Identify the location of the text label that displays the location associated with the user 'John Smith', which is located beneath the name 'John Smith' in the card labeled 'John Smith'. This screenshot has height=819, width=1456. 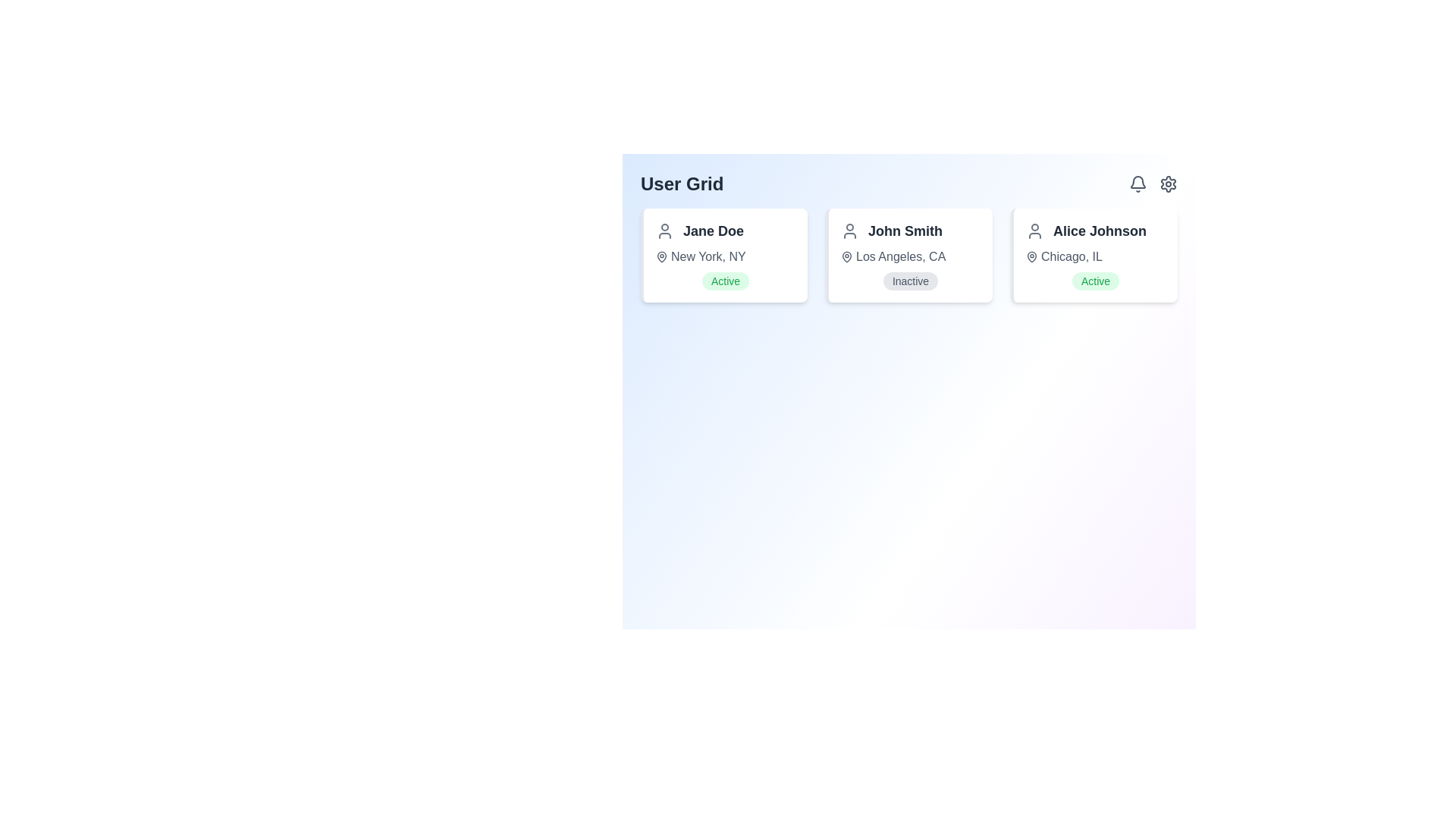
(901, 256).